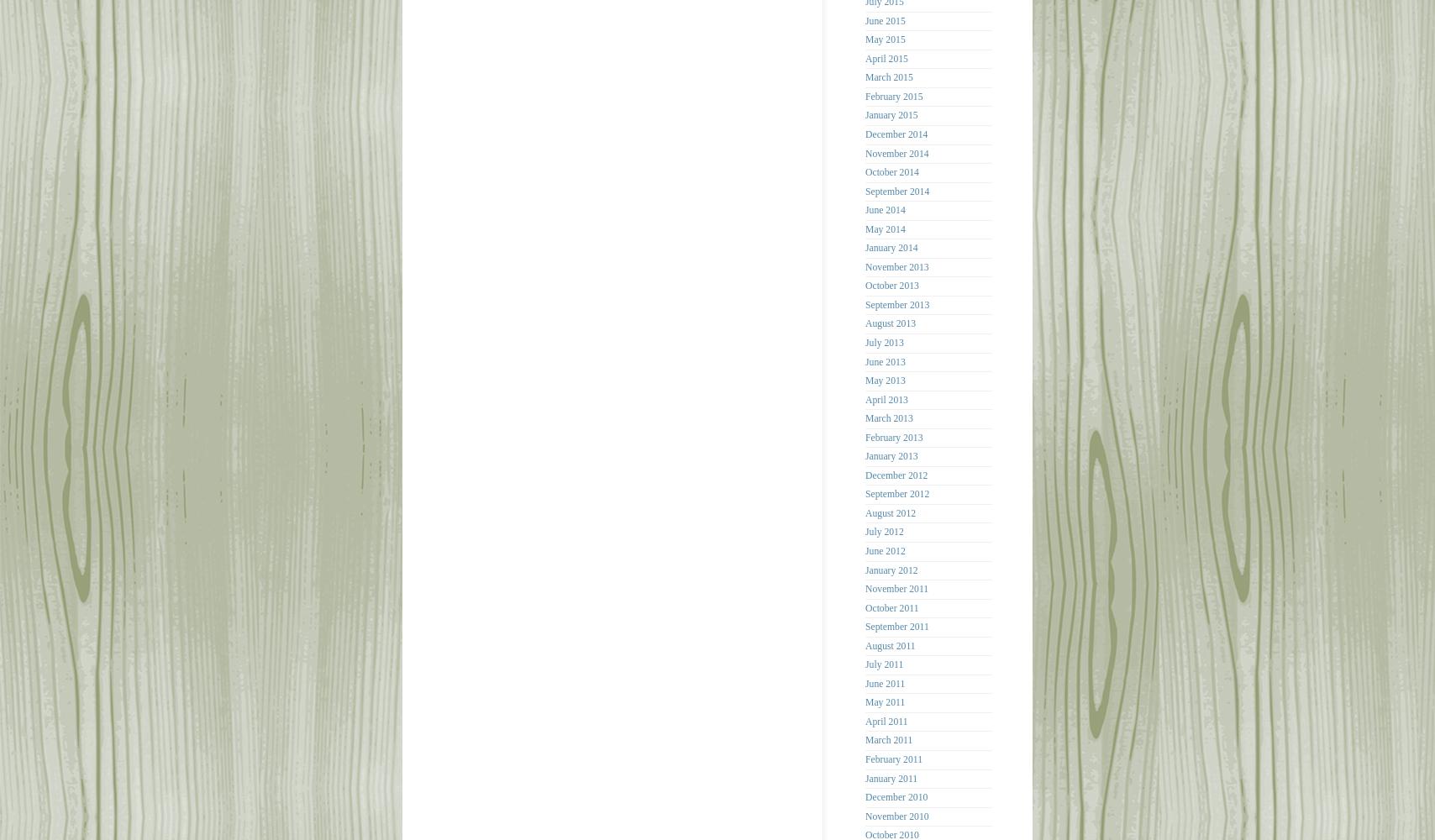  I want to click on 'June 2015', so click(885, 20).